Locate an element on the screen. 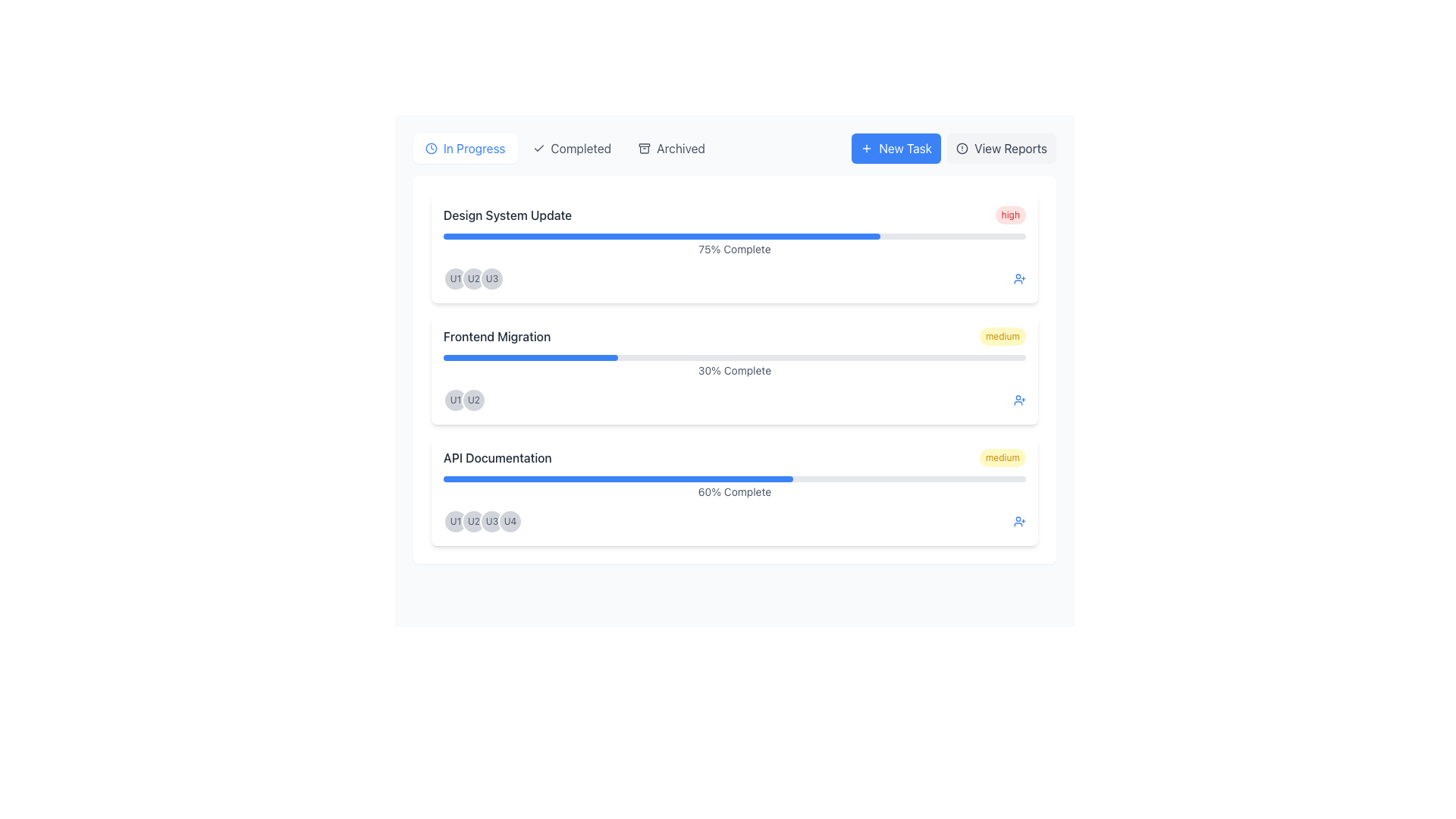 The height and width of the screenshot is (819, 1456). state indicated by the status label located to the right of the 'Frontend Migration' text, which signifies priority or importance level is located at coordinates (1003, 335).